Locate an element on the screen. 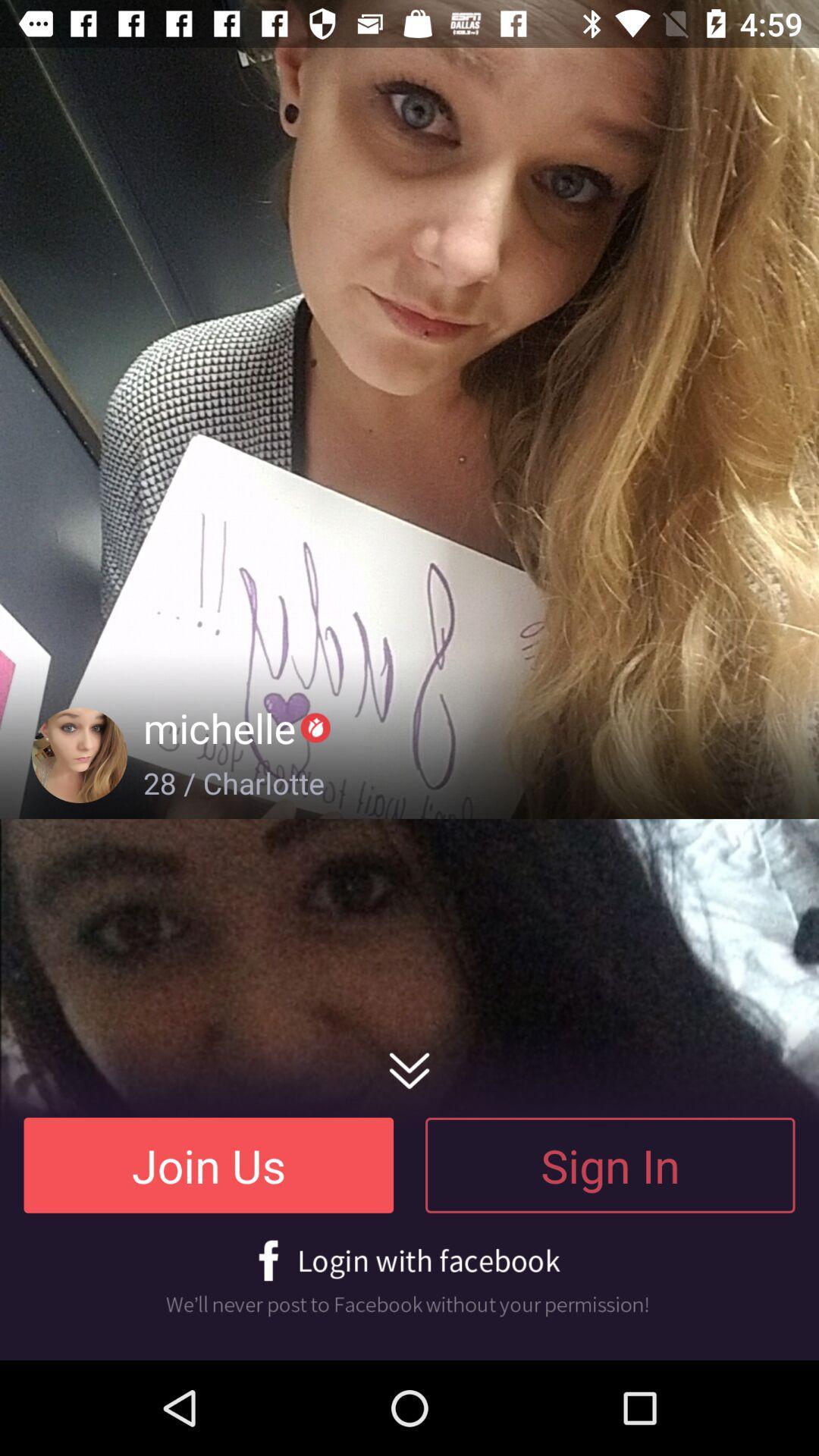 The image size is (819, 1456). facebook login is located at coordinates (409, 1278).